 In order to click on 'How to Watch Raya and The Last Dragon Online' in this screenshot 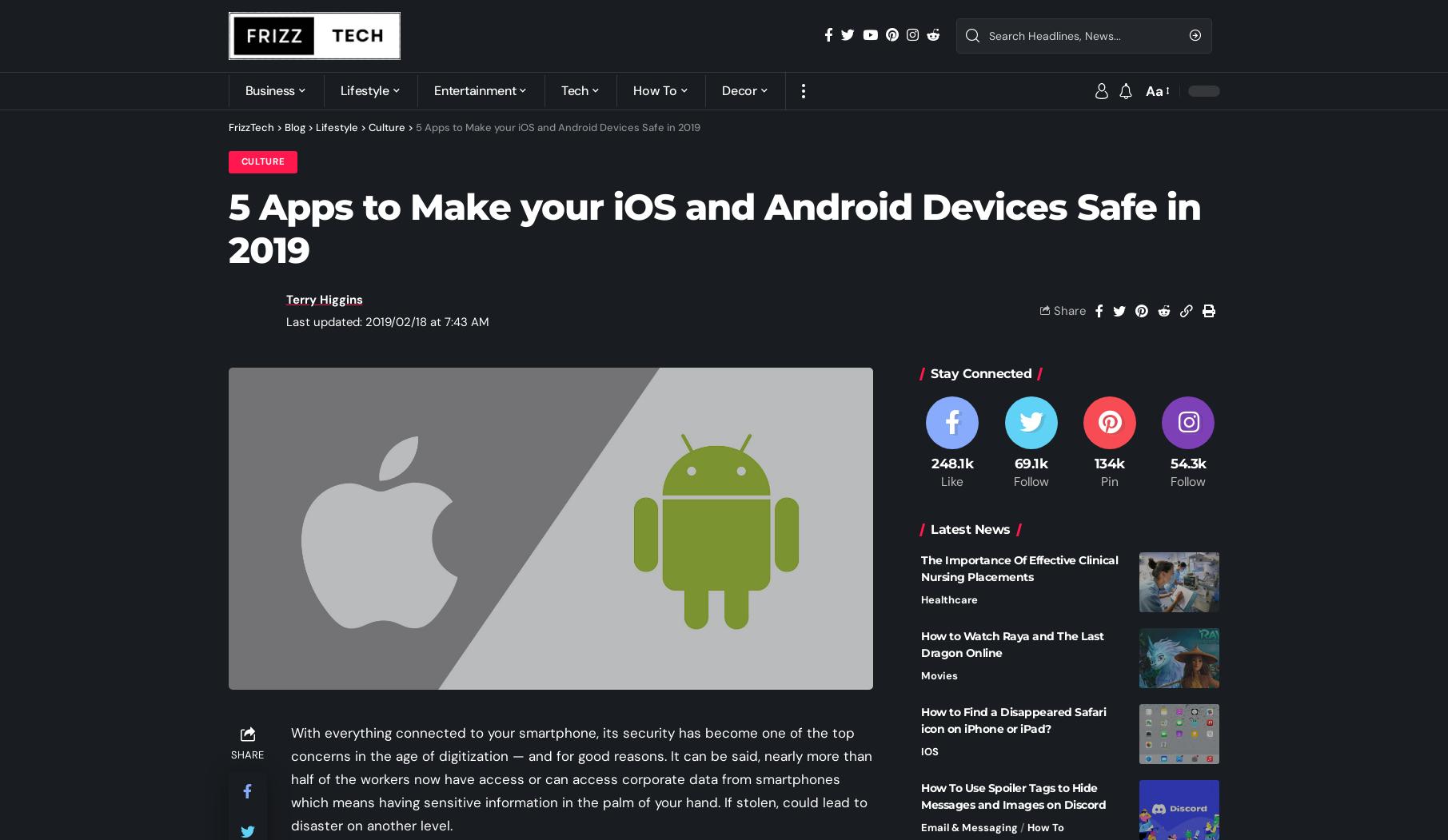, I will do `click(1012, 643)`.